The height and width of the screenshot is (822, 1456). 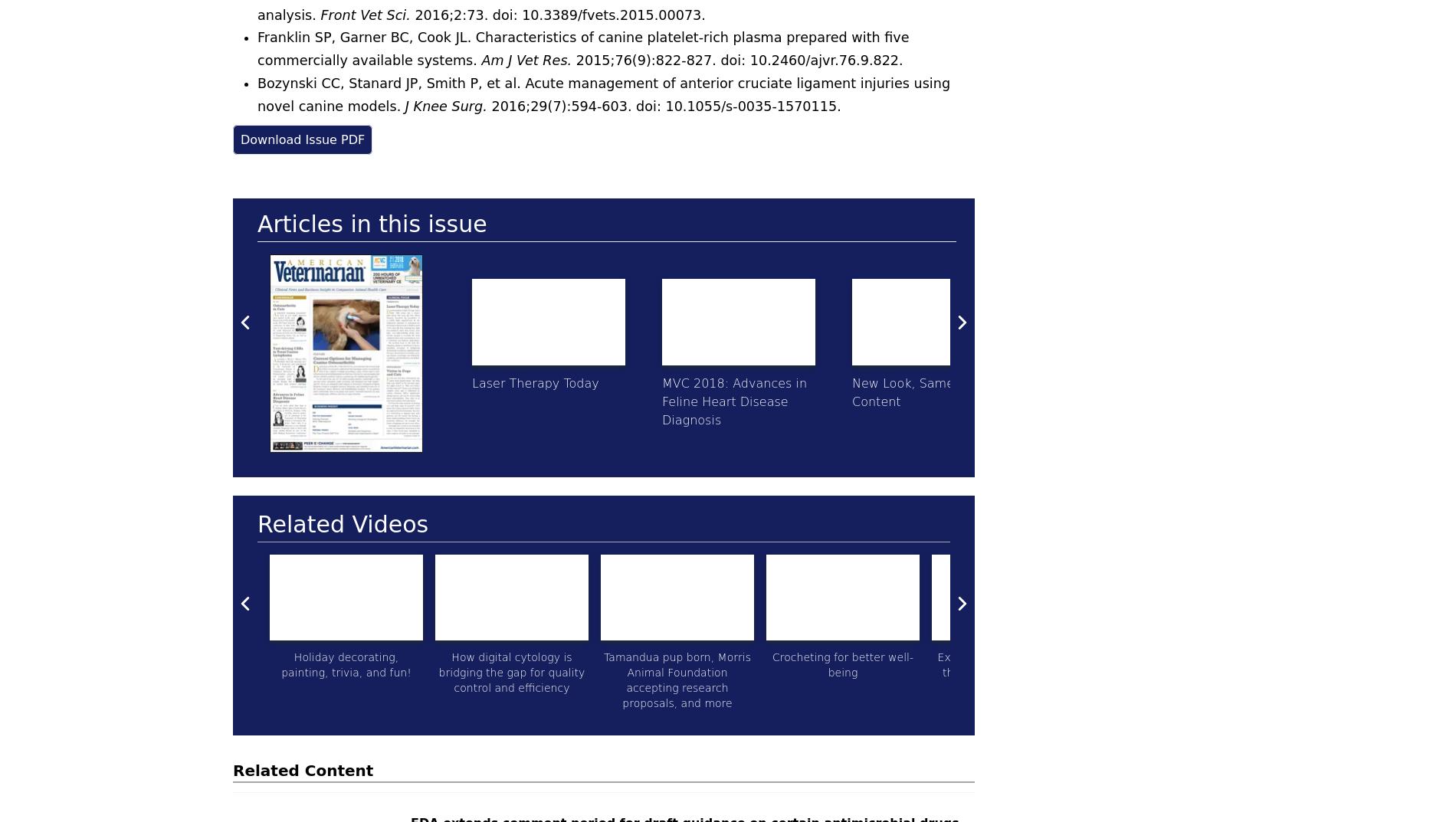 I want to click on 'doi: 10.2460/ajvr.76.9.822.', so click(x=812, y=60).